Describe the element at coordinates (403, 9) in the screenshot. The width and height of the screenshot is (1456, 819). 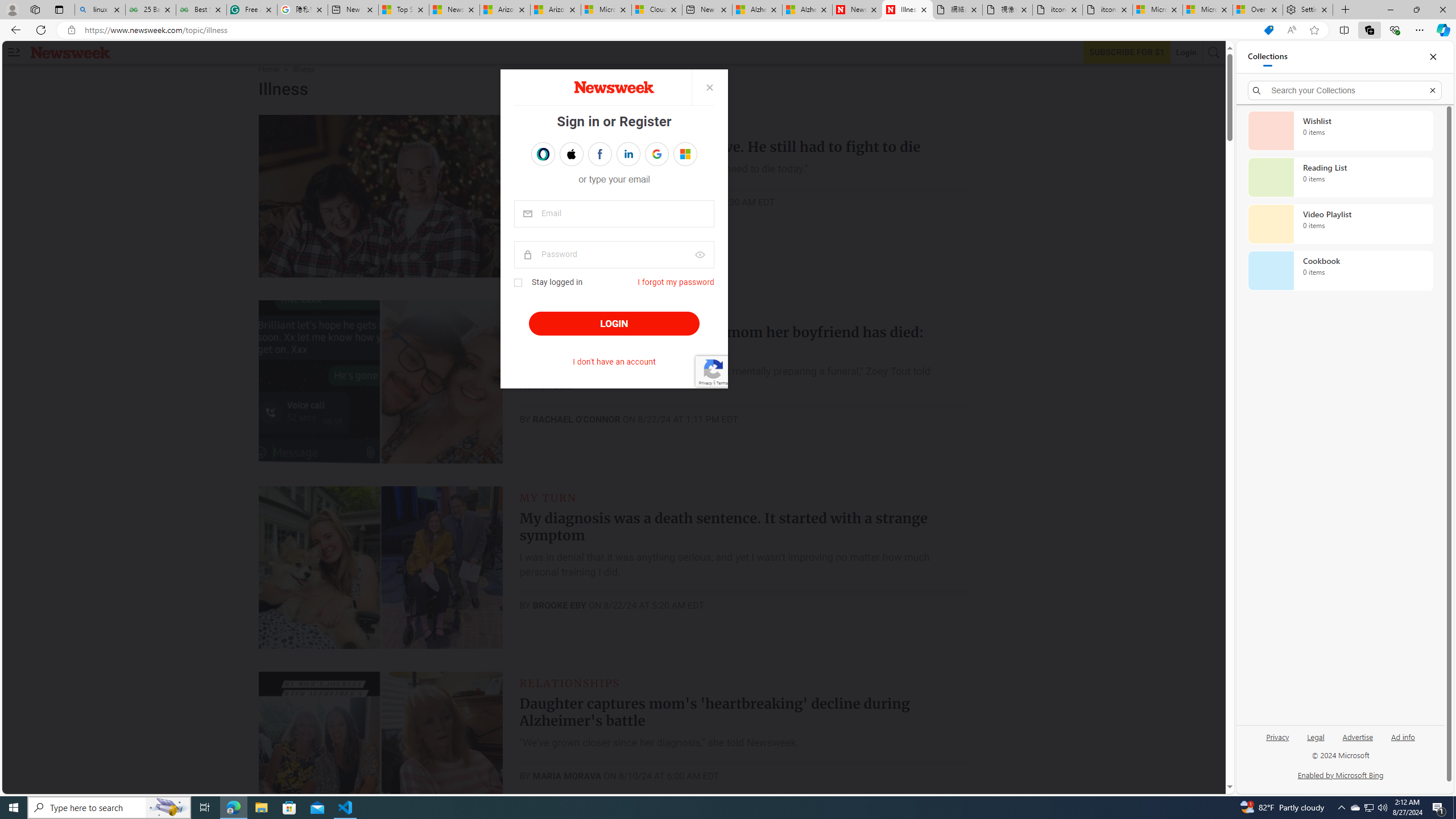
I see `'Top Stories - MSN'` at that location.